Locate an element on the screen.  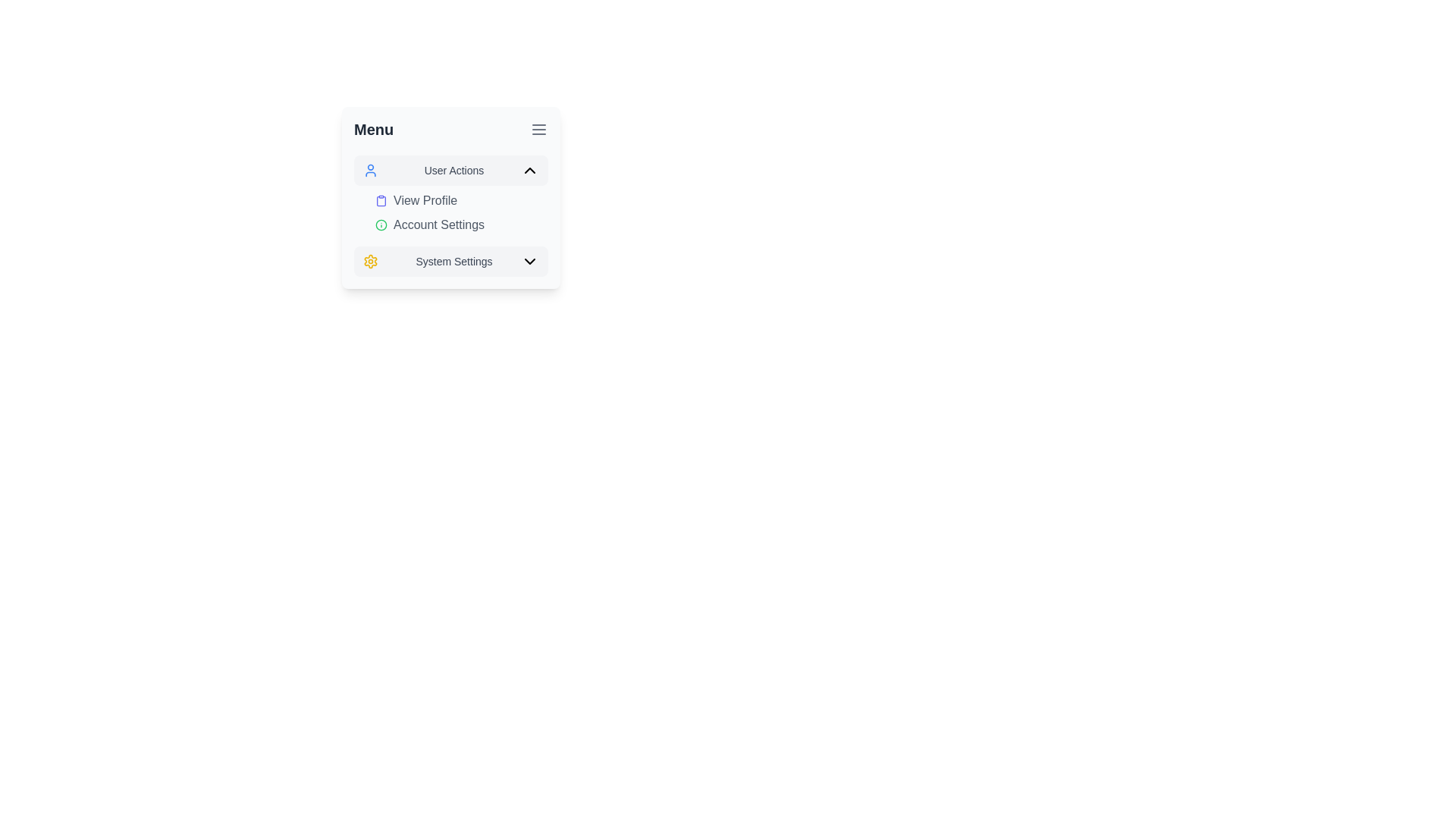
the green outlined circular SVG element that symbolizes information, located in the system menu next to 'Account Settings' is located at coordinates (381, 225).